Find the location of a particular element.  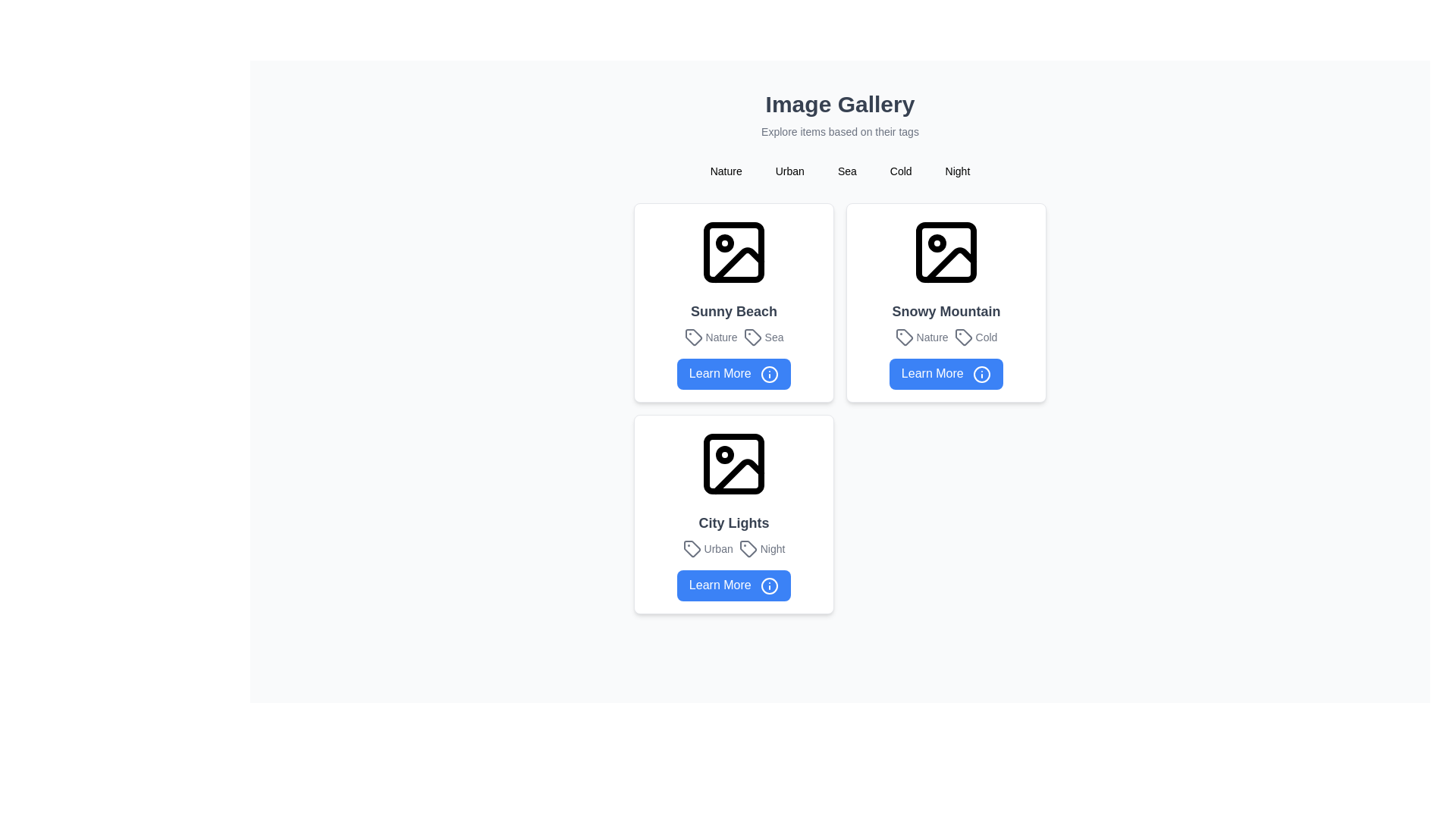

the 'Cold' tag with icon in the metadata section of the 'Snowy Mountain' card for more details is located at coordinates (975, 336).